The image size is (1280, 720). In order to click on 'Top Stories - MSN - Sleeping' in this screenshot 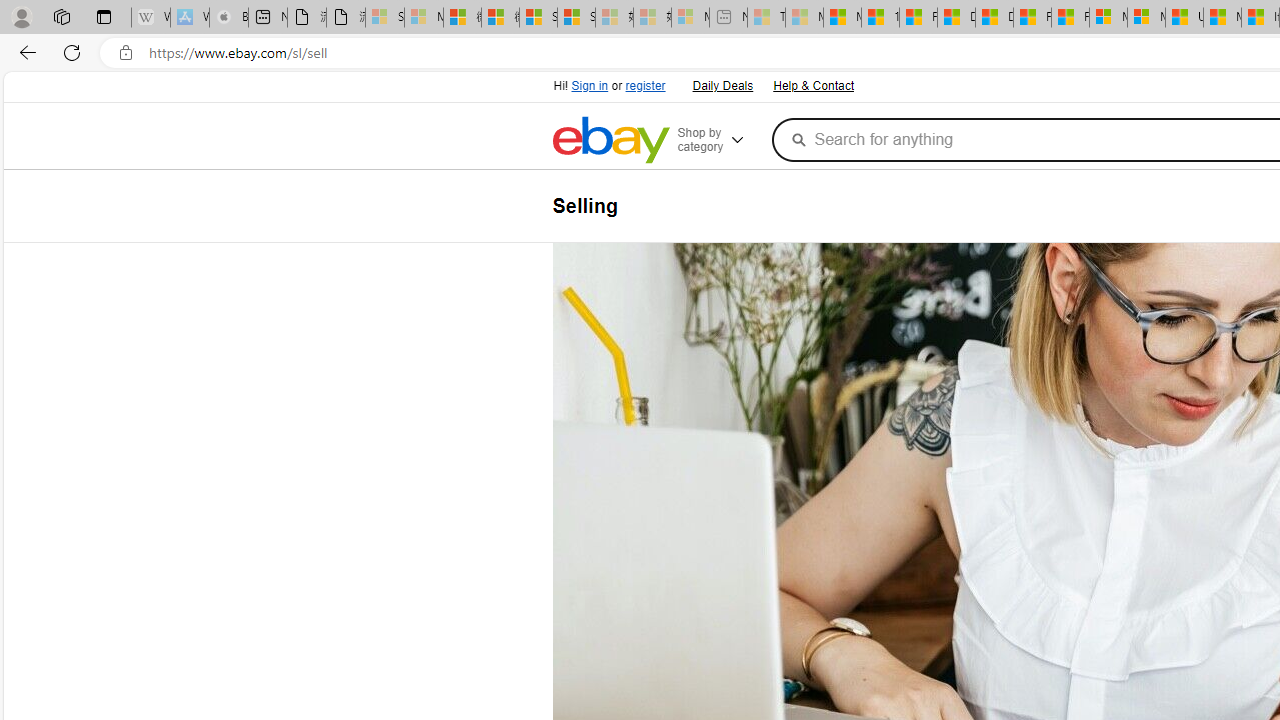, I will do `click(765, 17)`.